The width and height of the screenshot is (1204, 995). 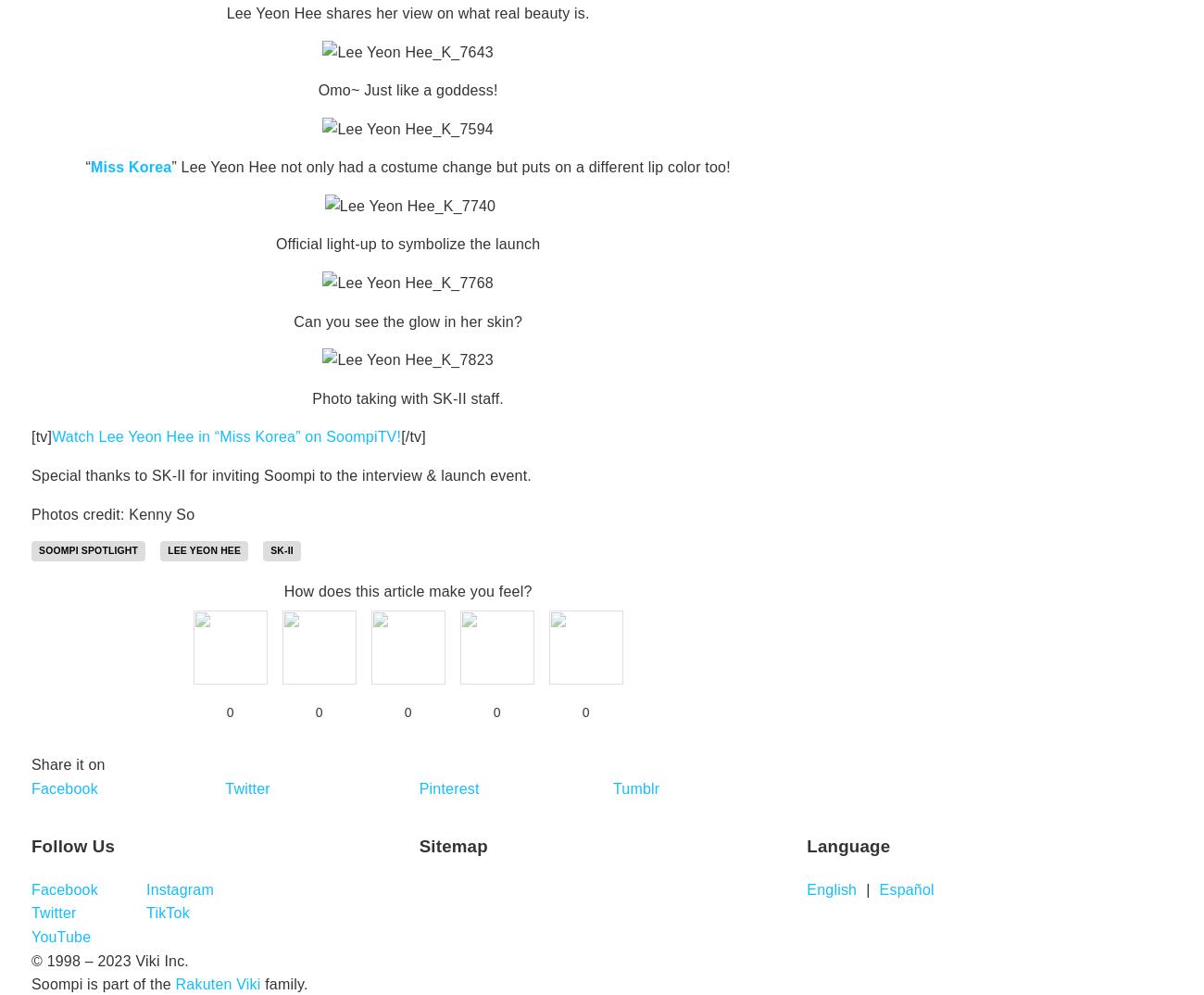 What do you see at coordinates (412, 435) in the screenshot?
I see `'[/tv]'` at bounding box center [412, 435].